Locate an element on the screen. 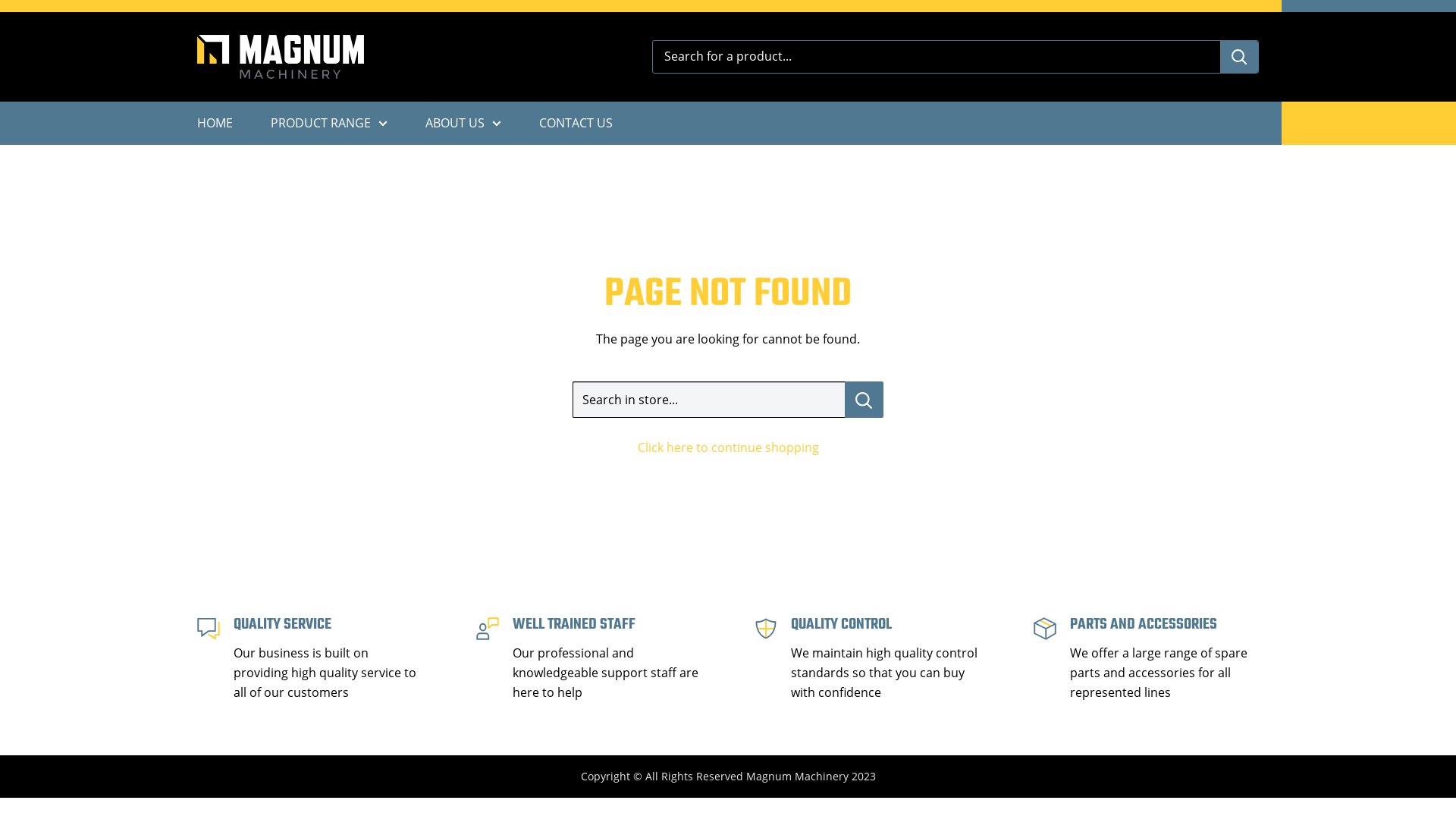 The height and width of the screenshot is (819, 1456). 'Magnum Machinery' is located at coordinates (280, 55).